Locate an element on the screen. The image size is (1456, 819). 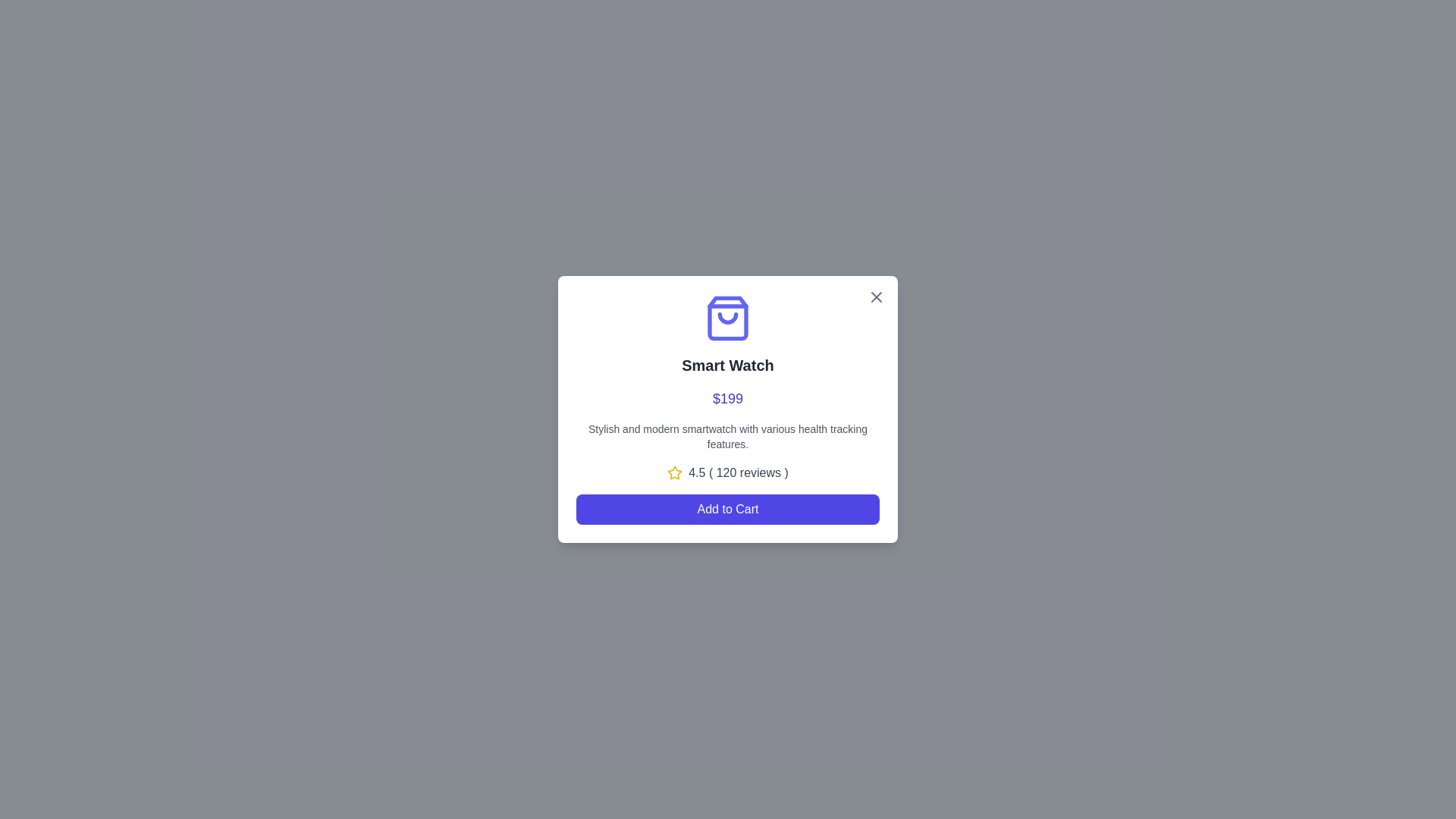
Rating Icon (Star) located immediately before the text '4.5 (120 reviews)' in the dialog box to gather its details is located at coordinates (674, 472).